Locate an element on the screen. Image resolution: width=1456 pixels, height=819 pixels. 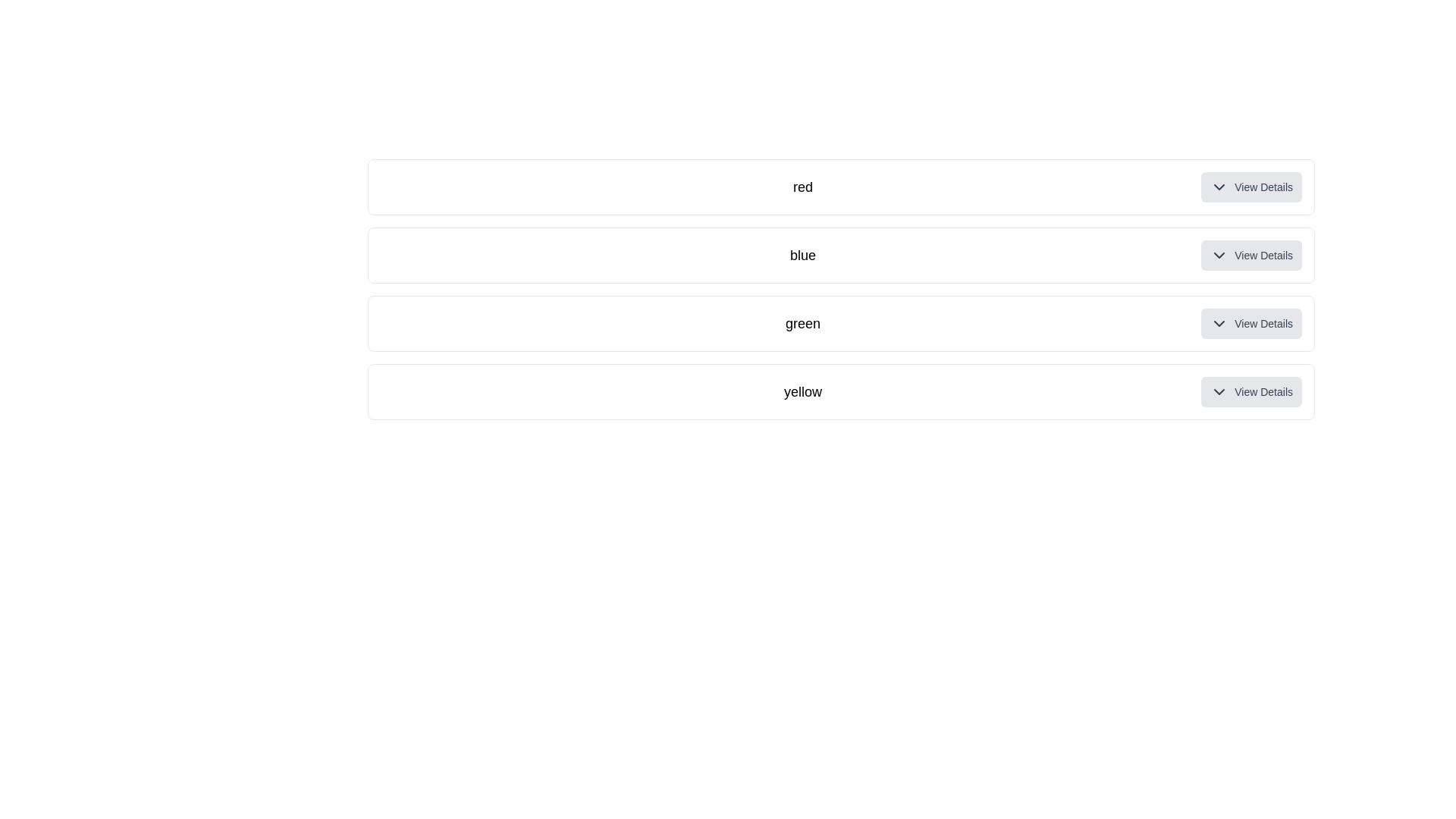
the 'View Details' button with a light gray background and rounded corners, located on the far right side of the row that includes a yellow circular icon and the text 'yellow' is located at coordinates (1251, 391).